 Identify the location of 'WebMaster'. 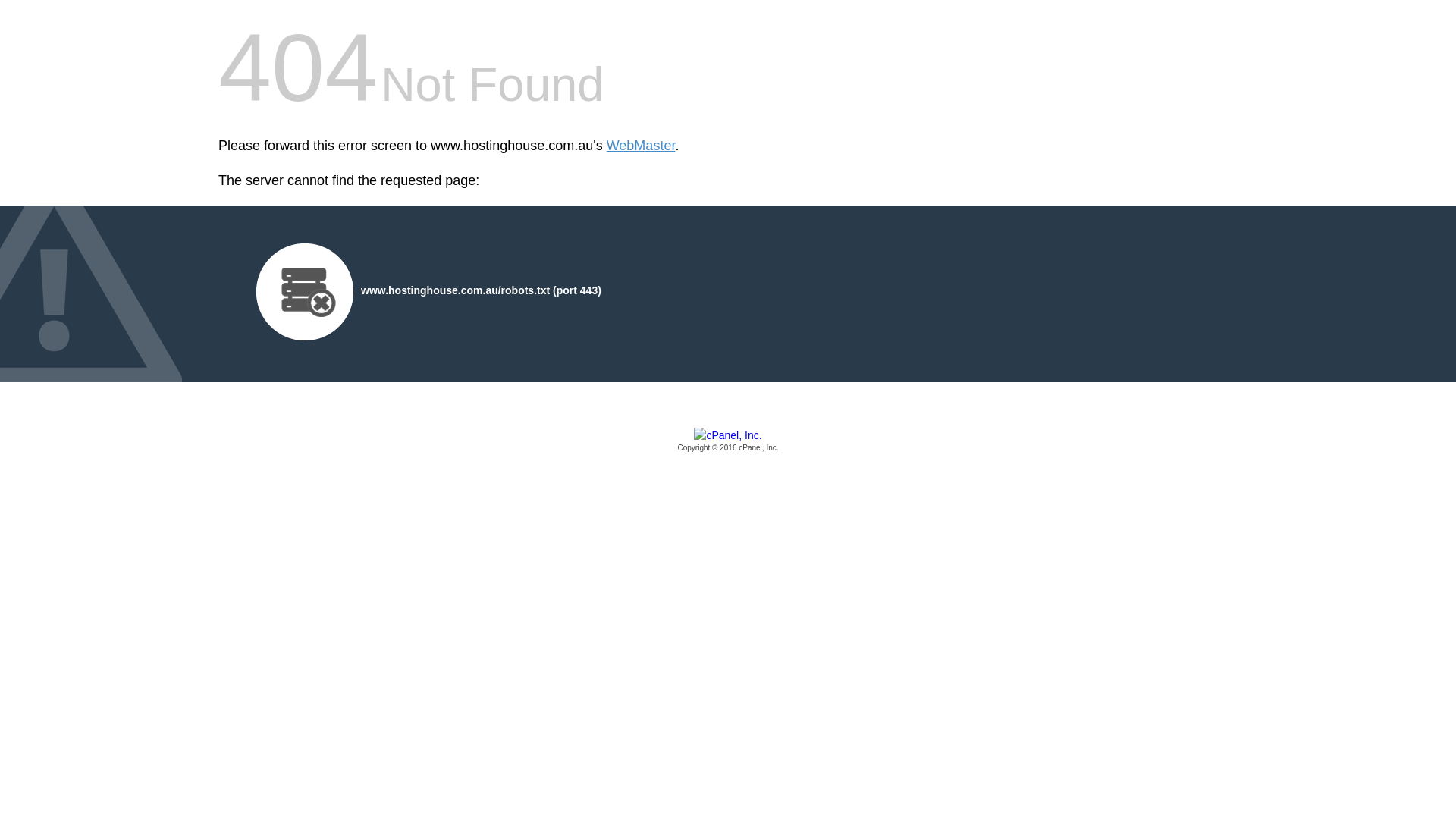
(641, 146).